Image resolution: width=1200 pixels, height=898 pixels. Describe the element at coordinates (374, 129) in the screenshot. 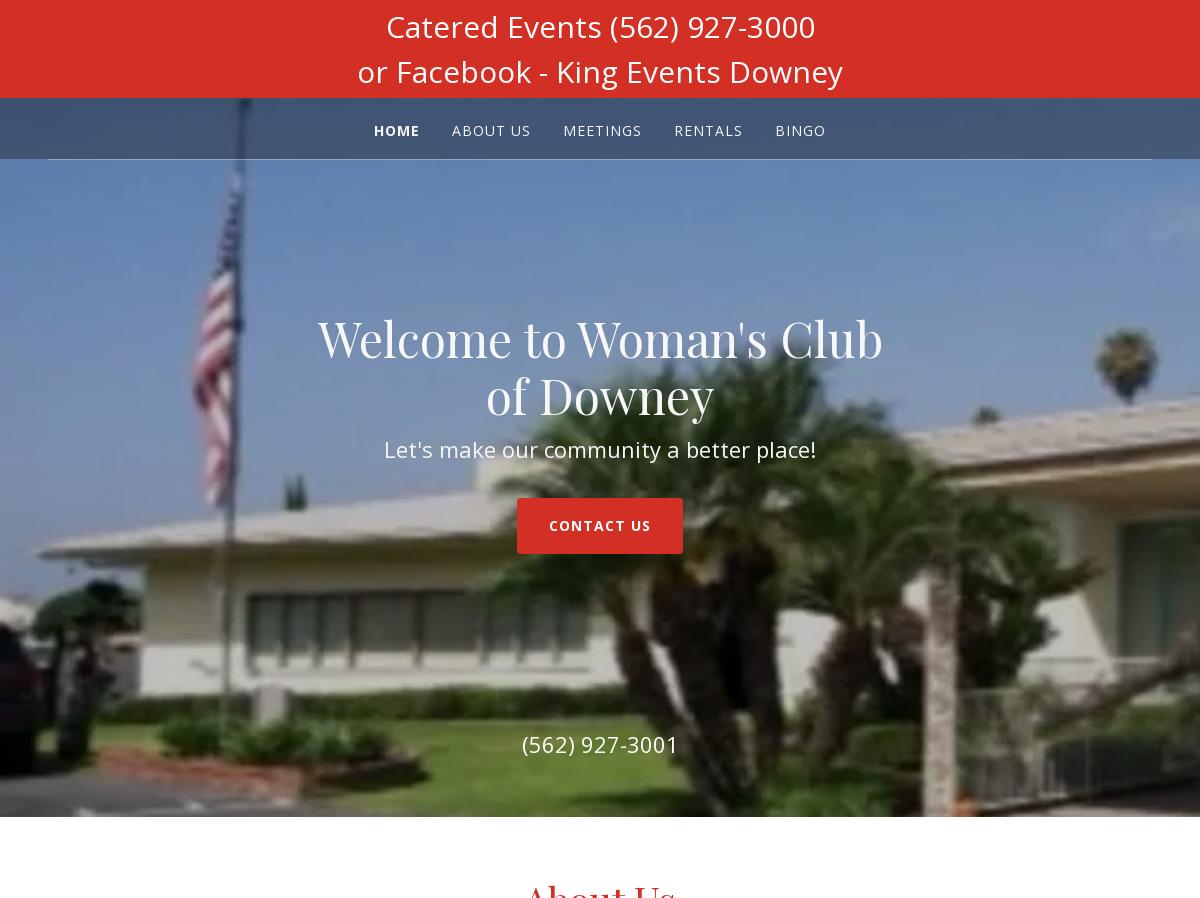

I see `'Home'` at that location.